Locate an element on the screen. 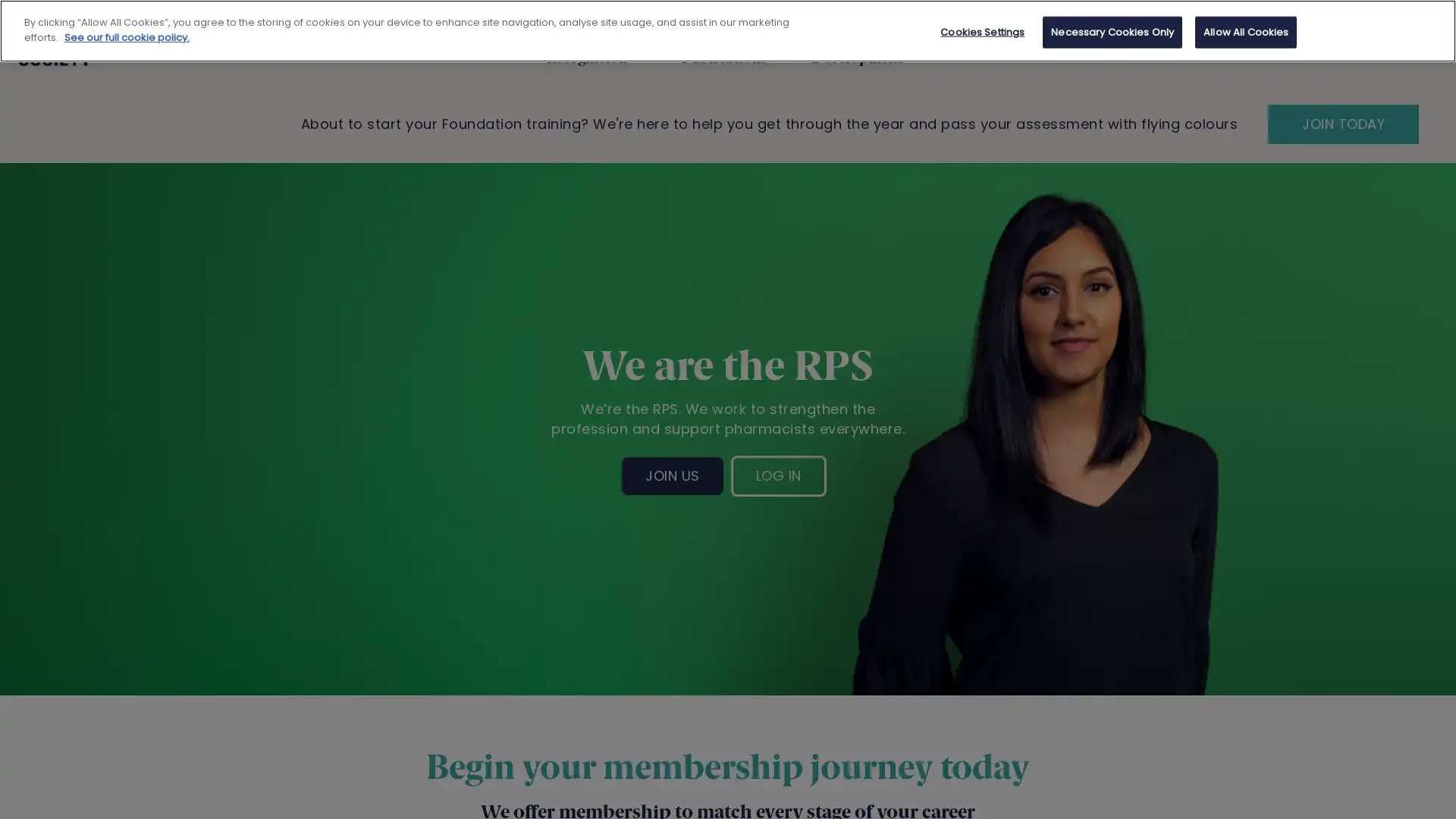 The height and width of the screenshot is (819, 1456). Cookies Settings is located at coordinates (982, 32).